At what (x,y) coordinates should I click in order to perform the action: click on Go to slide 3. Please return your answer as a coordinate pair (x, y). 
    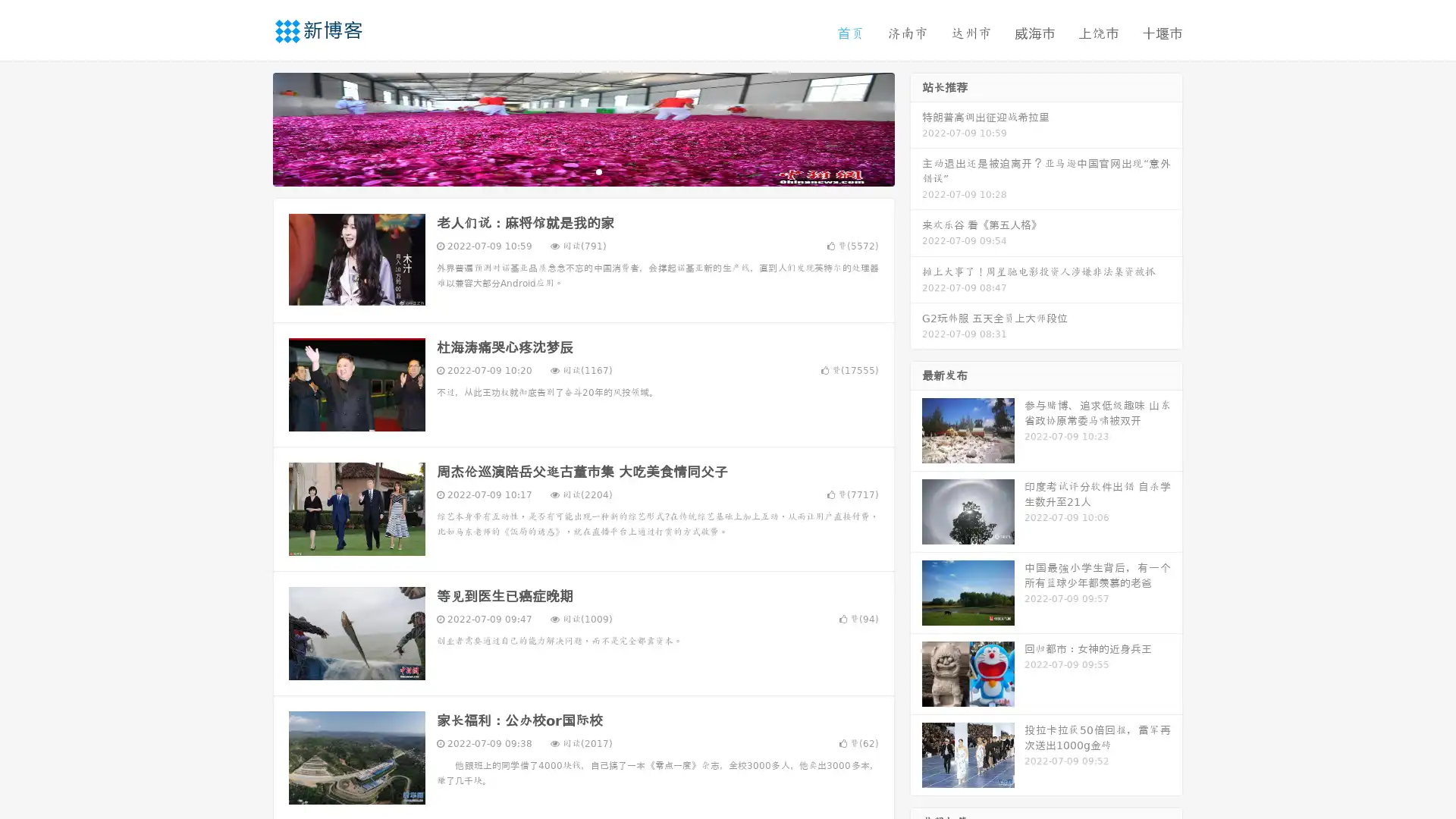
    Looking at the image, I should click on (598, 171).